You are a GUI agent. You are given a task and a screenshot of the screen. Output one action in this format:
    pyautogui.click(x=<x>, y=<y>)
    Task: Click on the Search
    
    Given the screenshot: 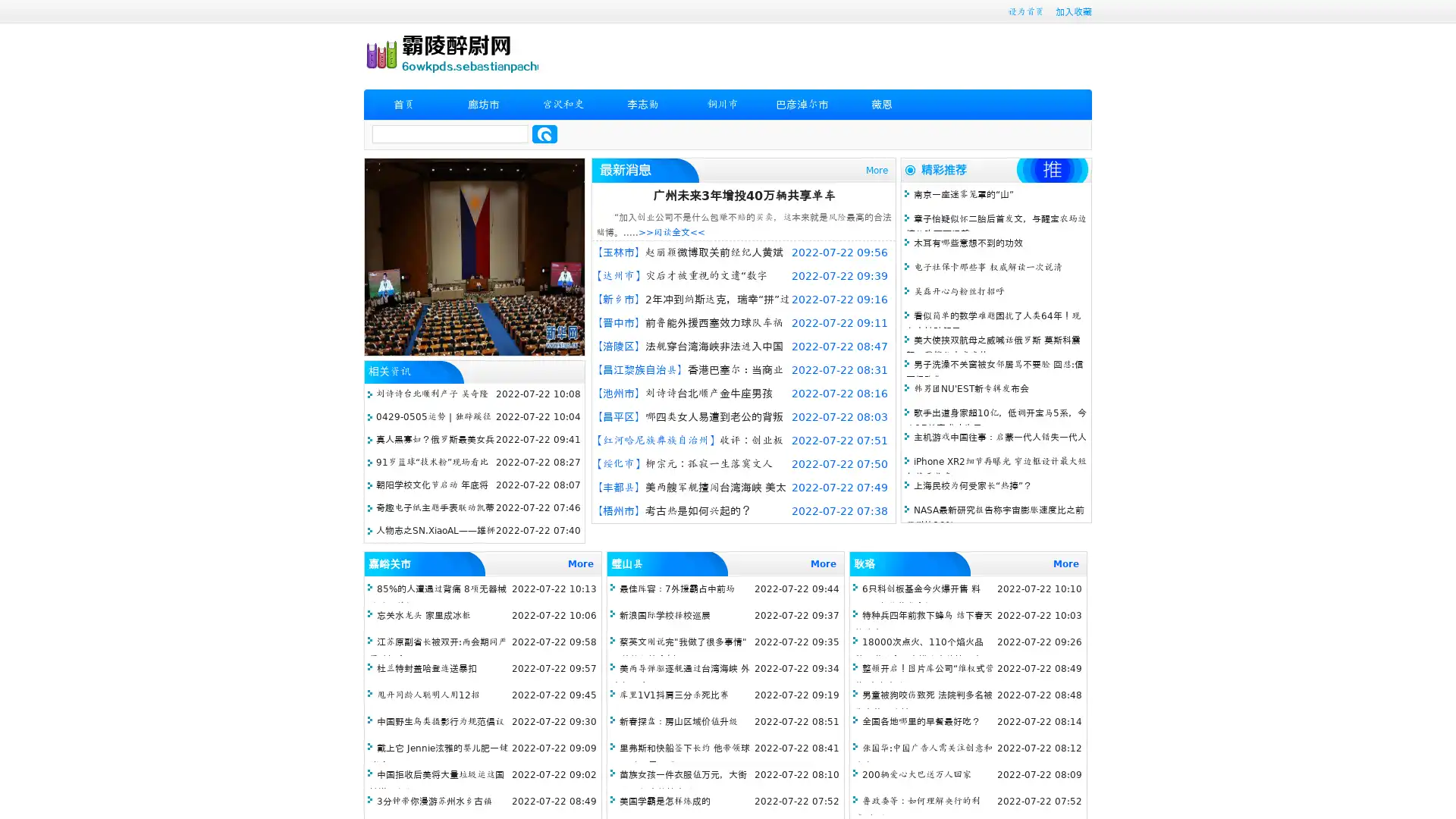 What is the action you would take?
    pyautogui.click(x=544, y=133)
    